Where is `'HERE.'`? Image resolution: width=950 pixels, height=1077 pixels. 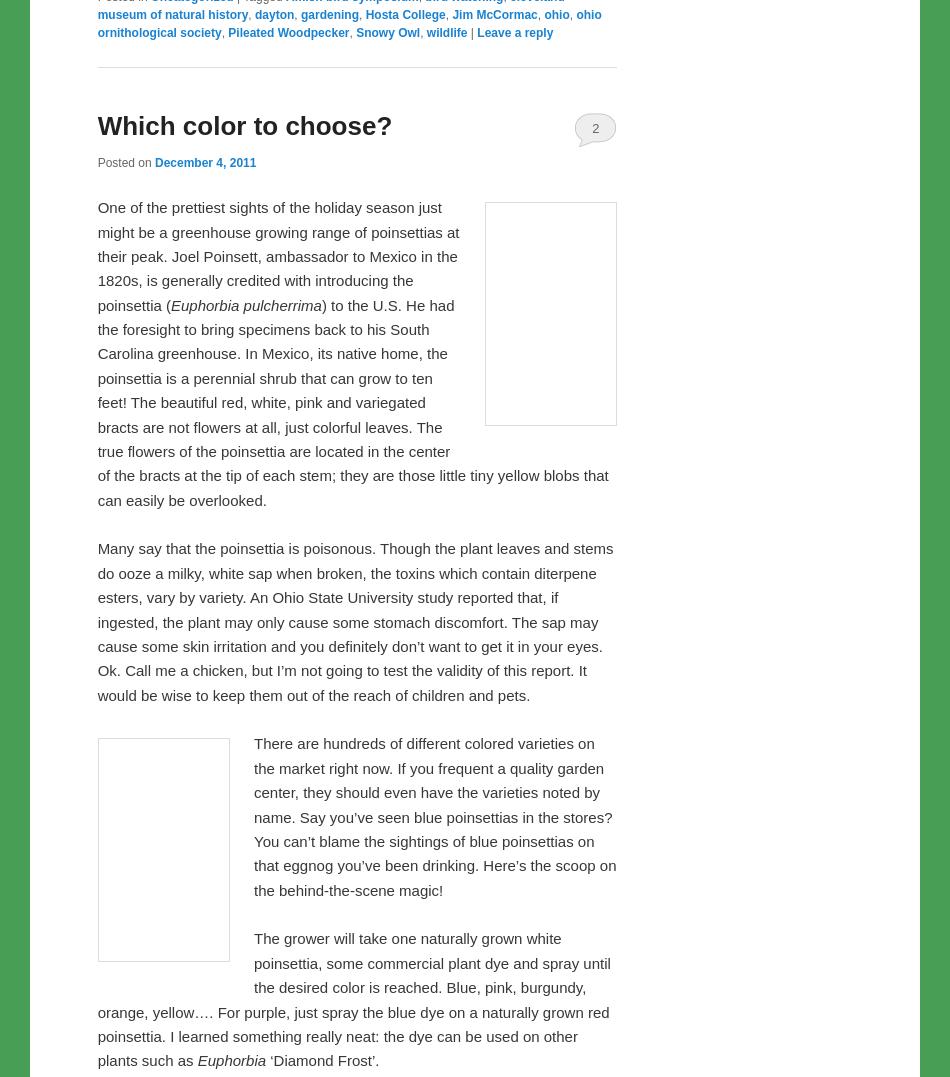
'HERE.' is located at coordinates (436, 37).